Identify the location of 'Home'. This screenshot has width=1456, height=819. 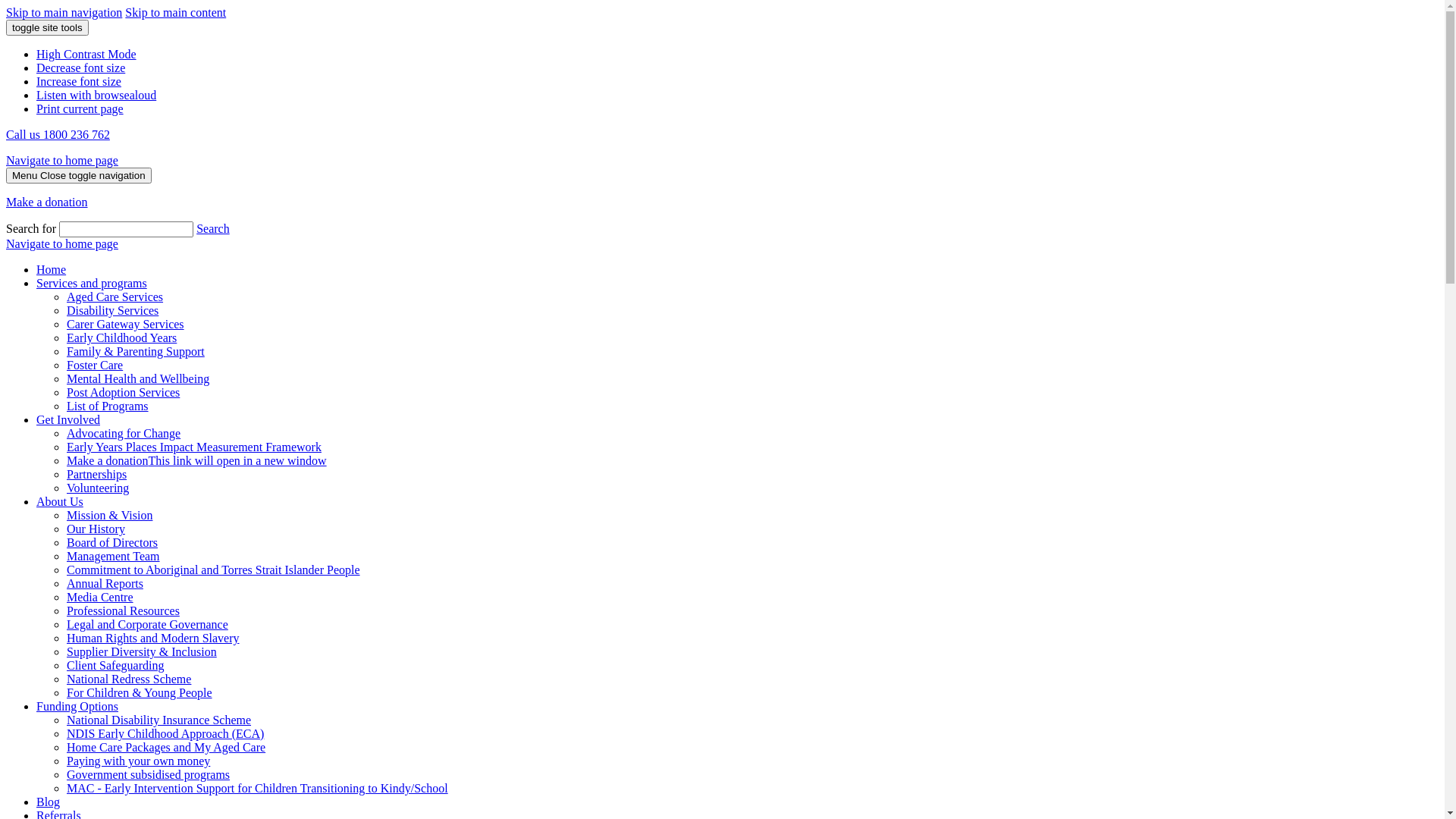
(51, 268).